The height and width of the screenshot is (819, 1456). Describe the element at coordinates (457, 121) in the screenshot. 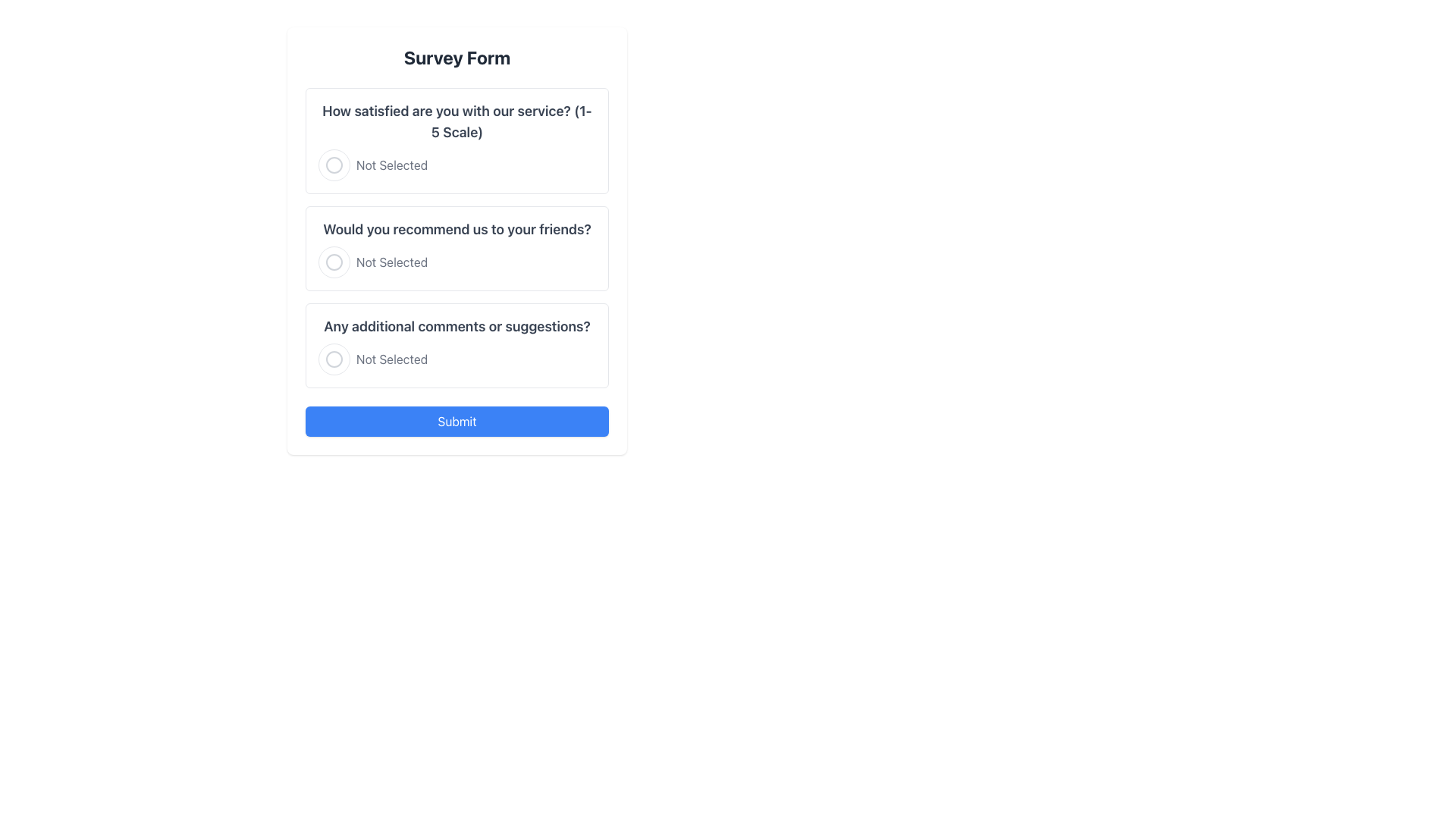

I see `the text block that reads 'How satisfied are you with our service? (1-5 Scale)', which is located at the top of the question card with a gray color and a bold, large-sized font` at that location.